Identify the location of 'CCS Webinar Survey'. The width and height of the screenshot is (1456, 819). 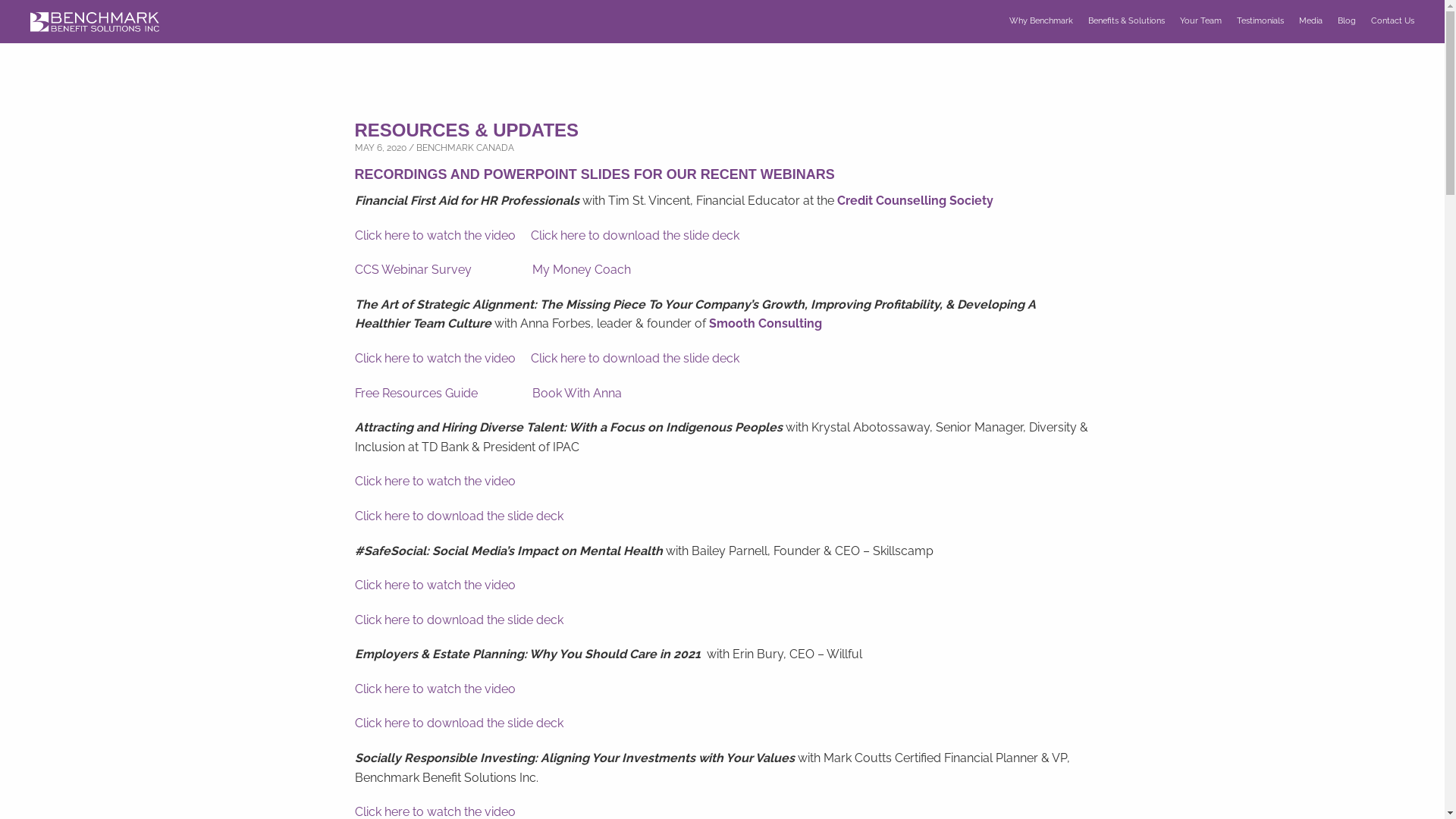
(353, 268).